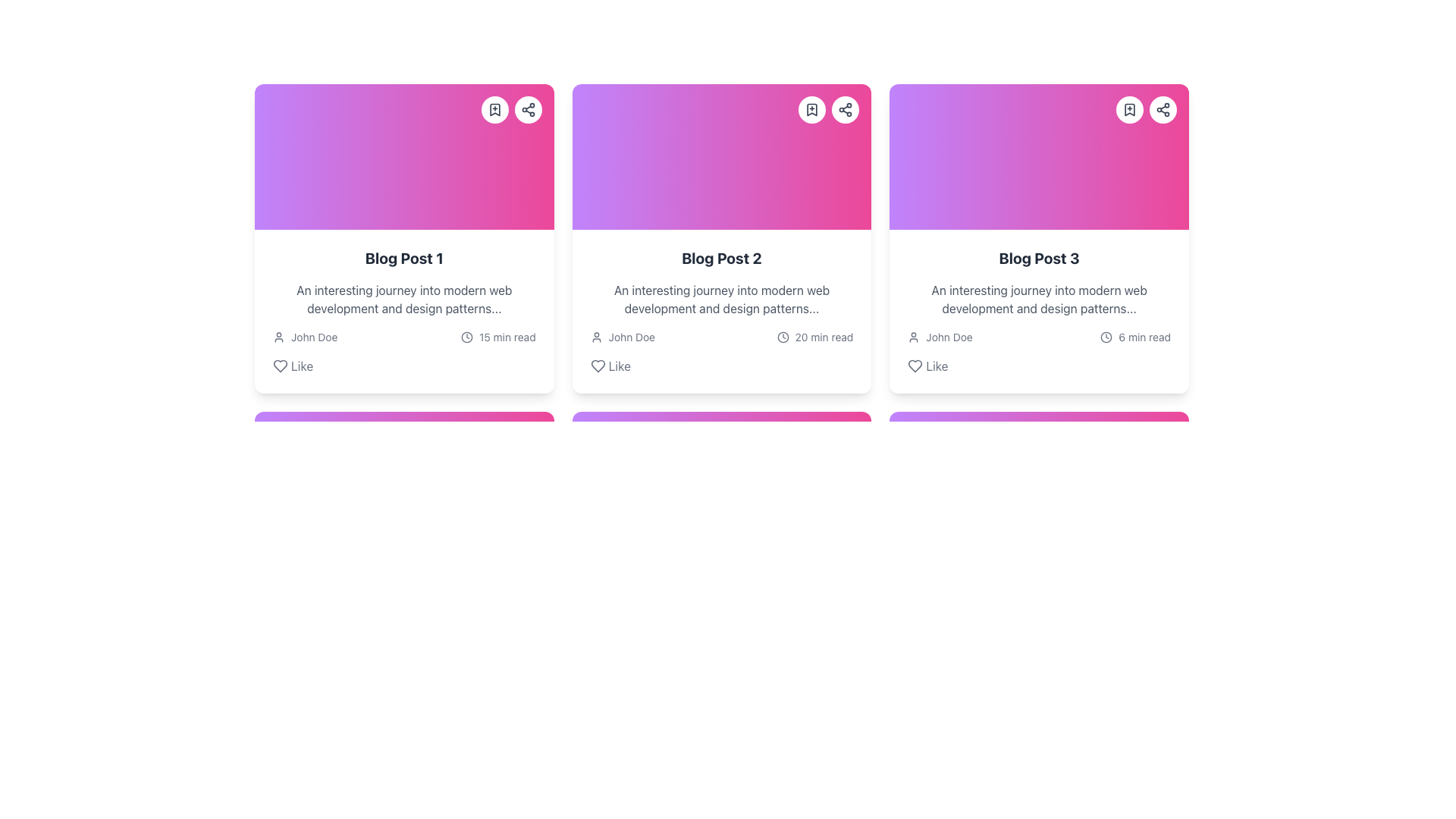 This screenshot has width=1456, height=819. Describe the element at coordinates (1129, 109) in the screenshot. I see `the 'Add to bookmarks' button icon located in the top-right corner control group of 'Blog Post 3'` at that location.